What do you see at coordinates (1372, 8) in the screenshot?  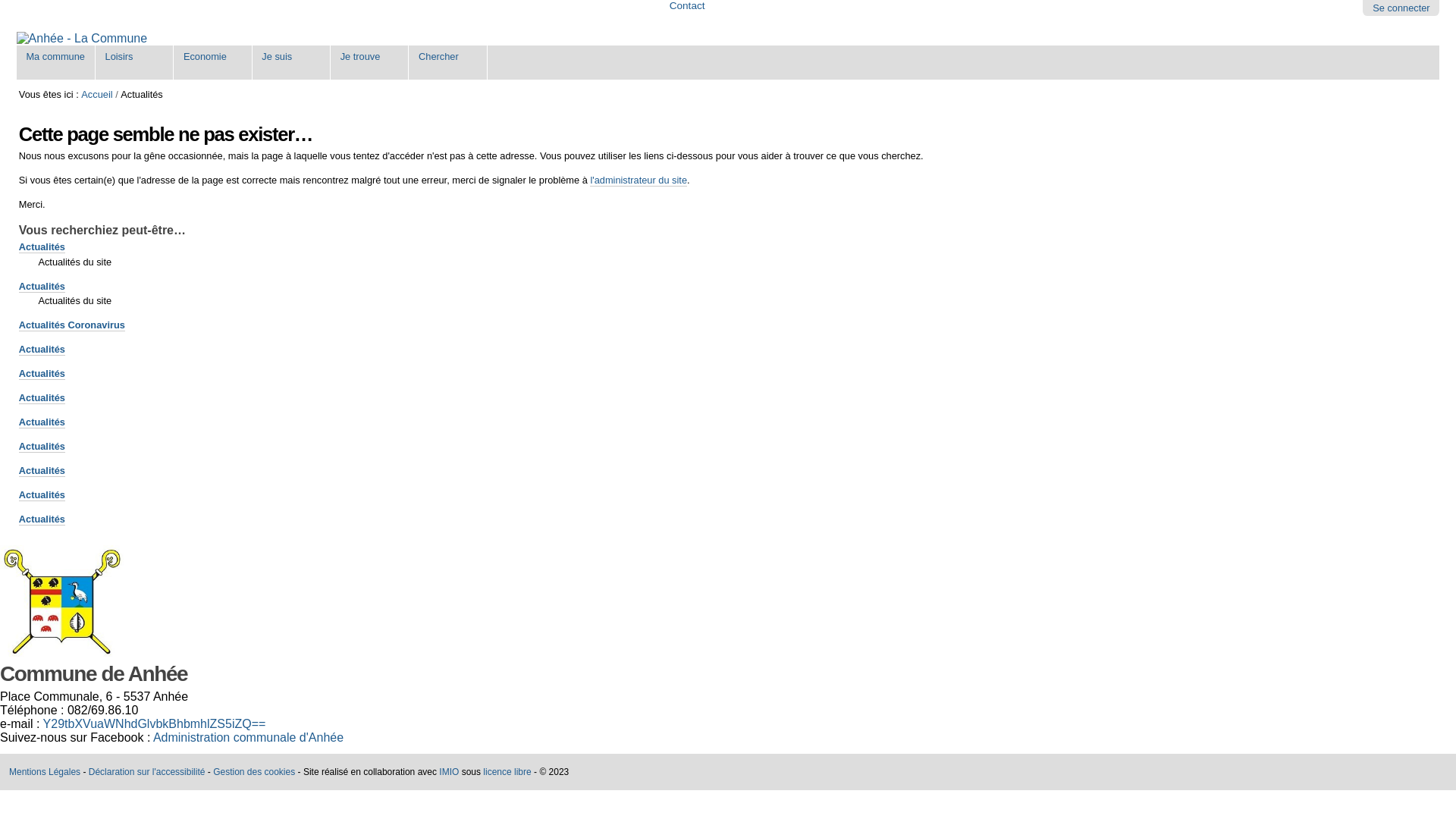 I see `'Se connecter'` at bounding box center [1372, 8].